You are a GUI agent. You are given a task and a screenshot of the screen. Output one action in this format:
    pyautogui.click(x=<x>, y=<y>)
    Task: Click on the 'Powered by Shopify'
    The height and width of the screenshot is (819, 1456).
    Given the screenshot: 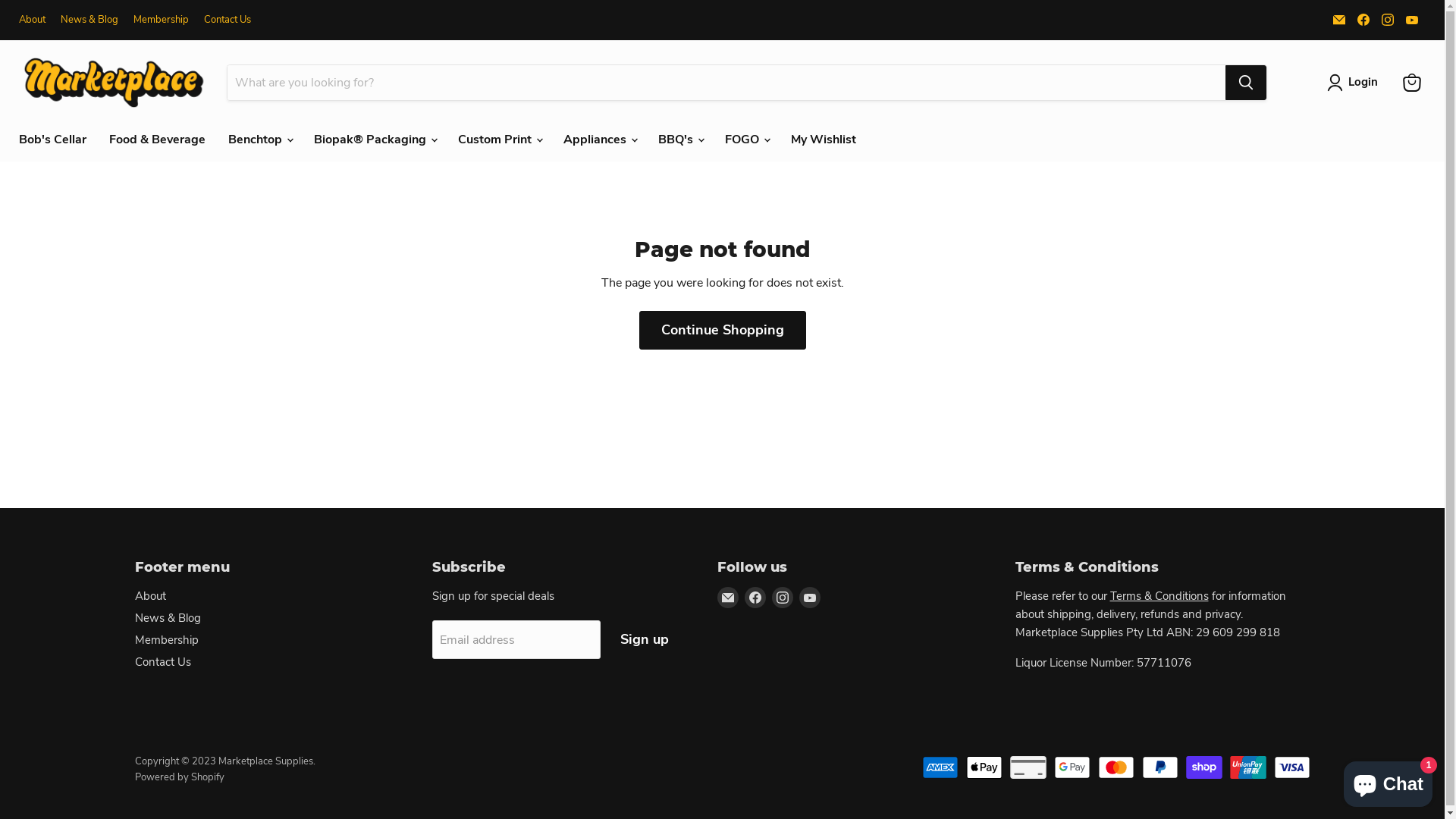 What is the action you would take?
    pyautogui.click(x=179, y=777)
    